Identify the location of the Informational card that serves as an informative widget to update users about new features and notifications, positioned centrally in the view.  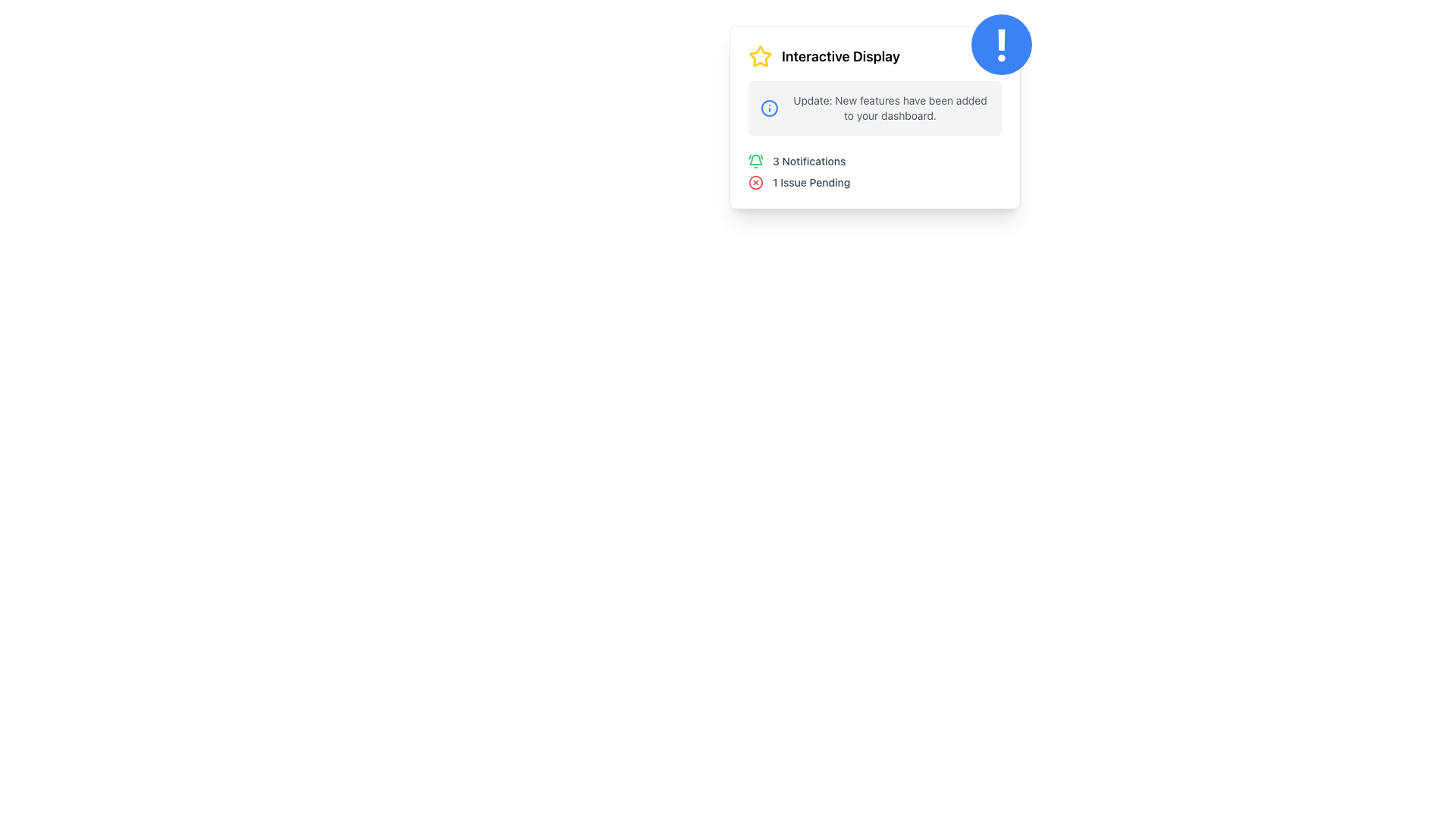
(874, 149).